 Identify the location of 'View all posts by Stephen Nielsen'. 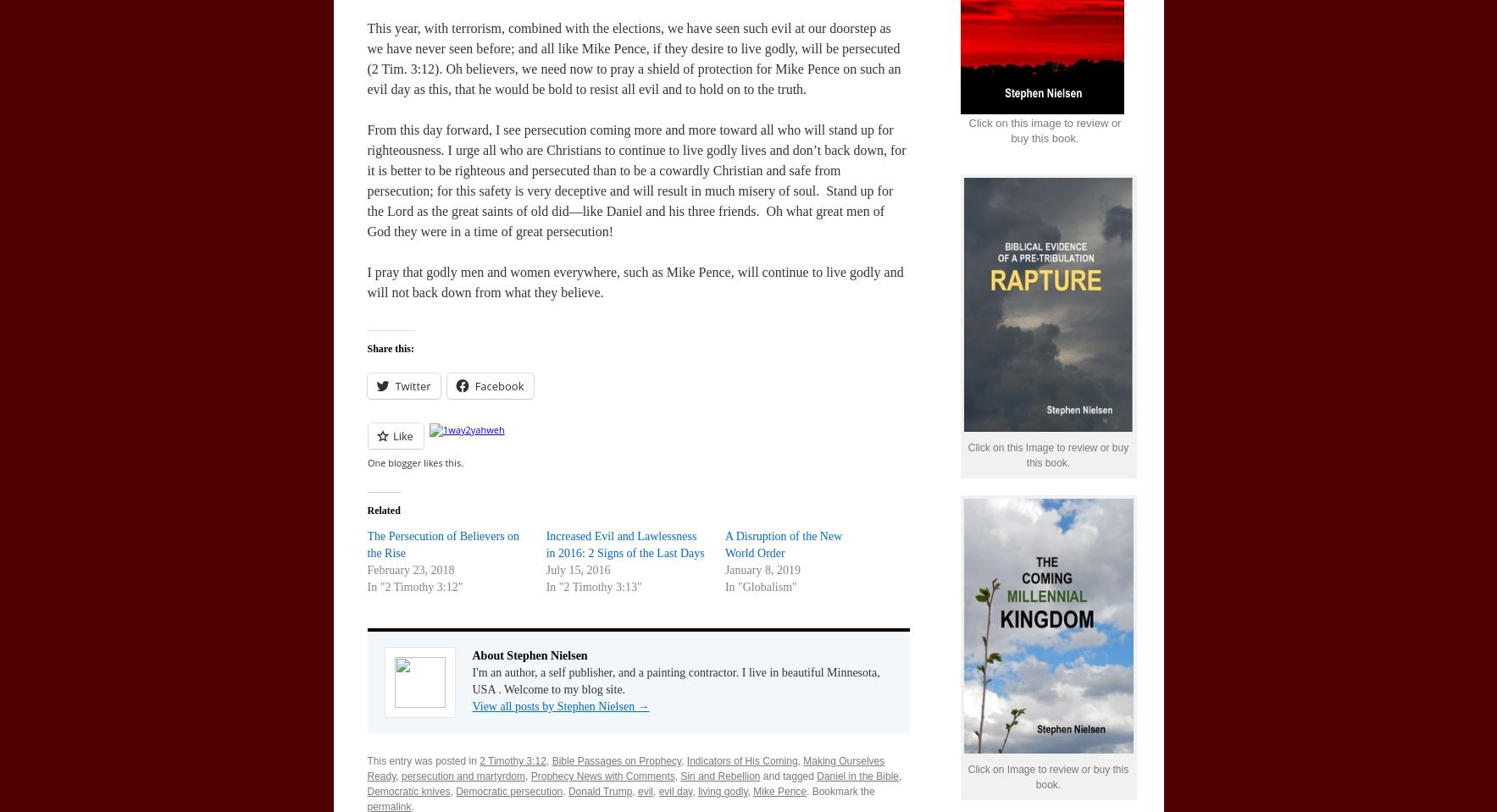
(553, 705).